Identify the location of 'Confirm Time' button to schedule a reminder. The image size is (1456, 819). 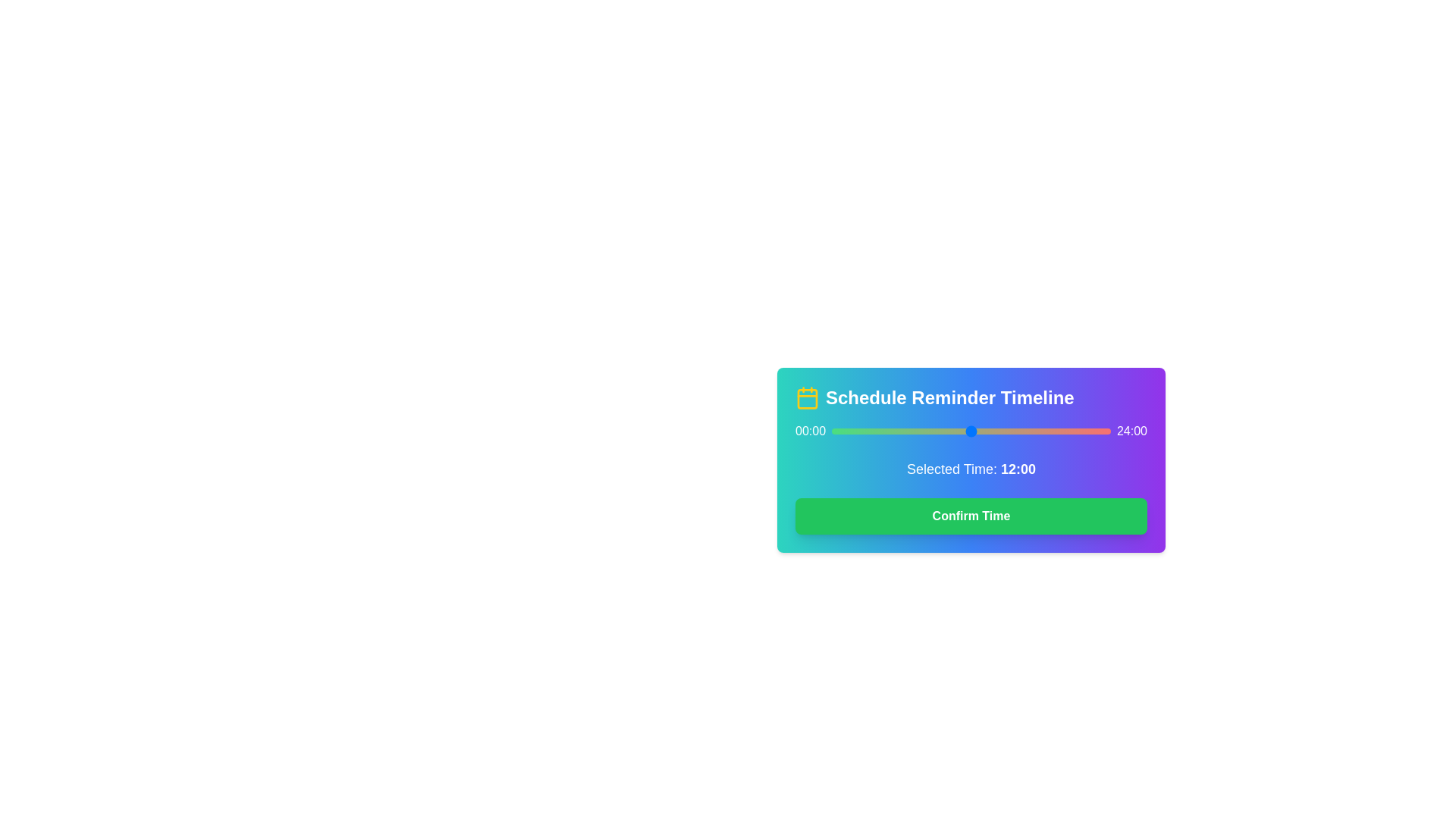
(971, 516).